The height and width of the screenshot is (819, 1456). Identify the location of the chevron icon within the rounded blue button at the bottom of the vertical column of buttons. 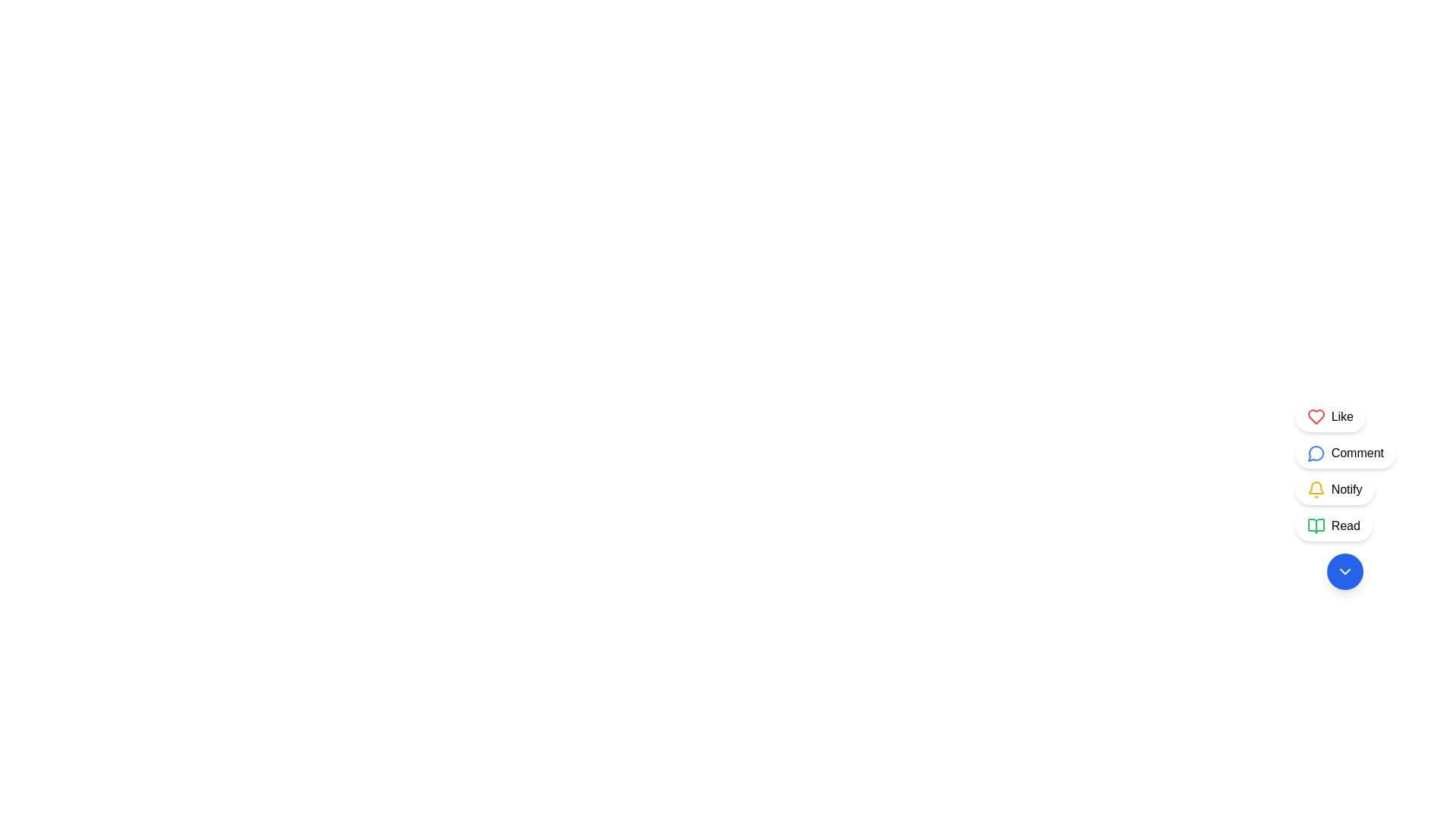
(1345, 571).